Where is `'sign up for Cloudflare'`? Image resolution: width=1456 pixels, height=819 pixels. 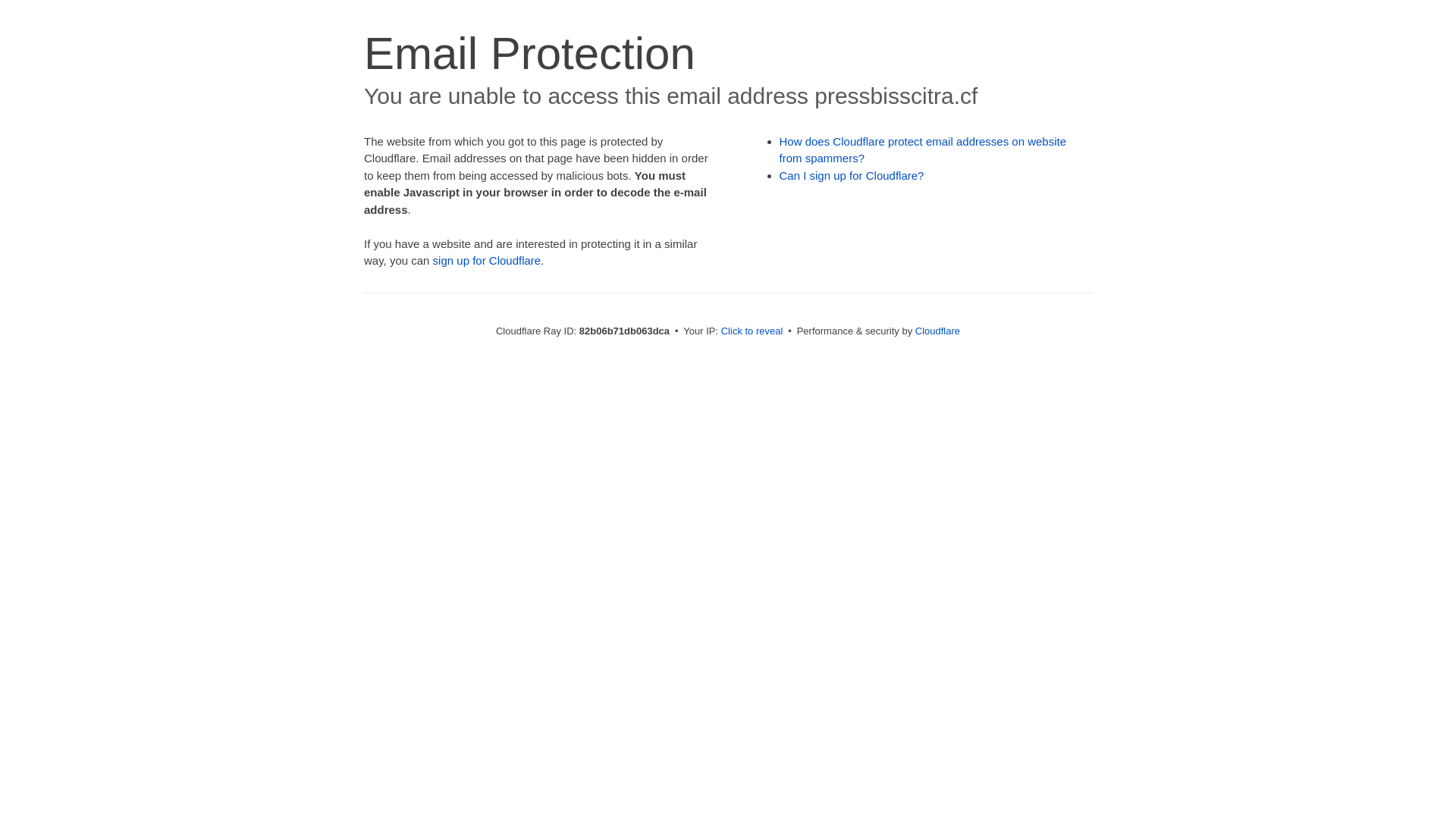 'sign up for Cloudflare' is located at coordinates (432, 259).